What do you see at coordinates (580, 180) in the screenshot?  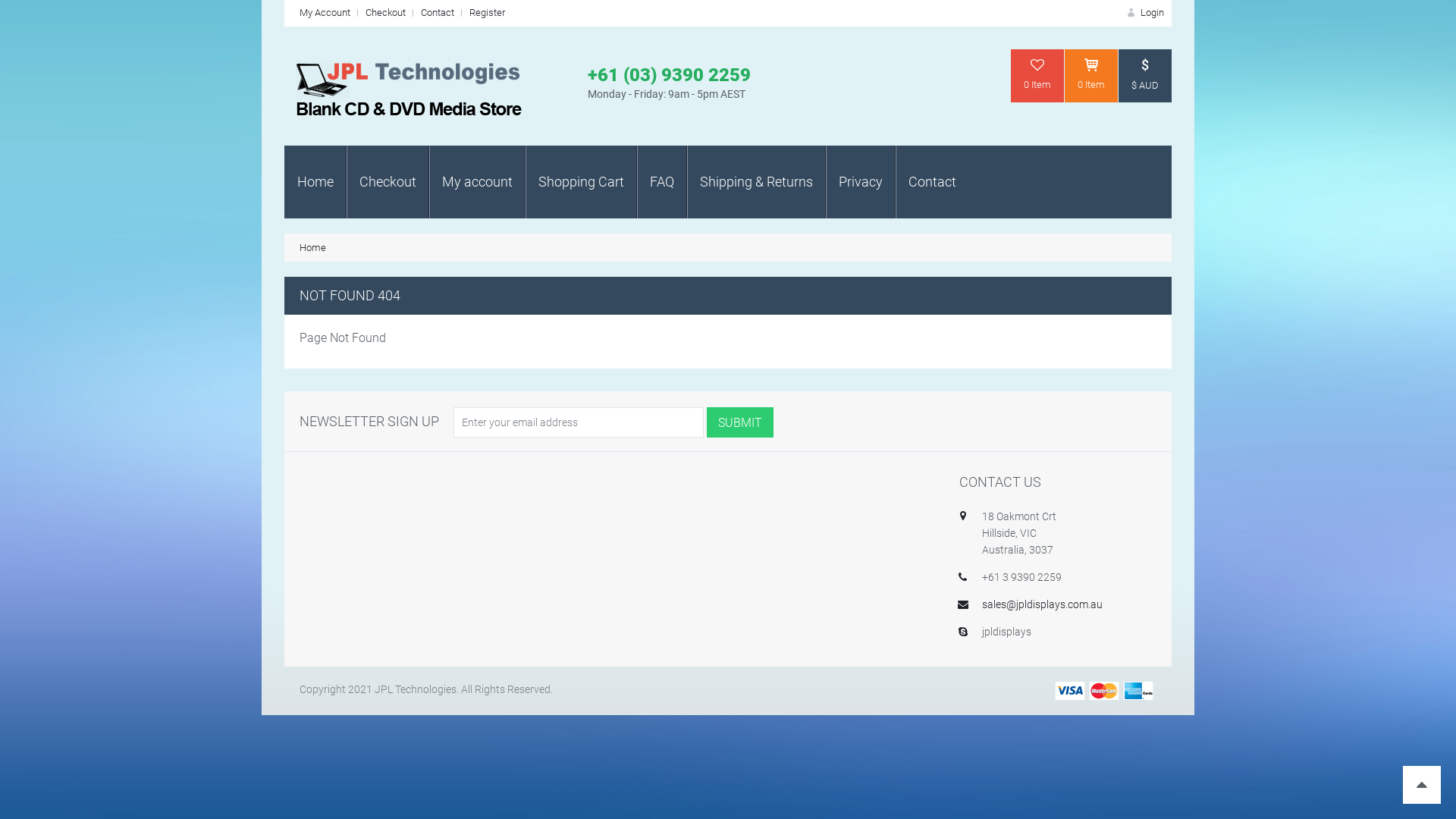 I see `'Shopping Cart'` at bounding box center [580, 180].